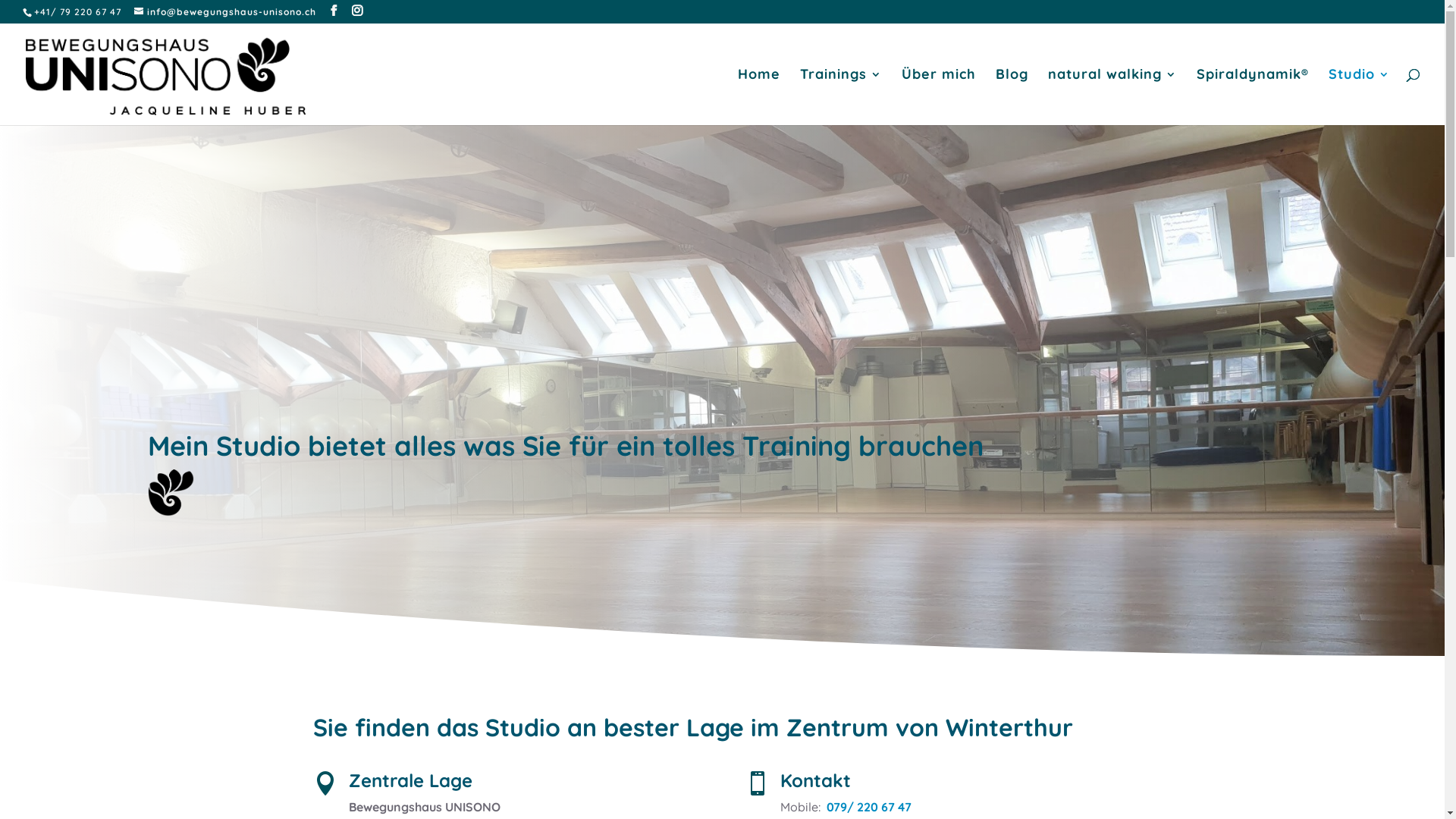 The width and height of the screenshot is (1456, 819). Describe the element at coordinates (224, 11) in the screenshot. I see `'info@bewegungshaus-unisono.ch'` at that location.